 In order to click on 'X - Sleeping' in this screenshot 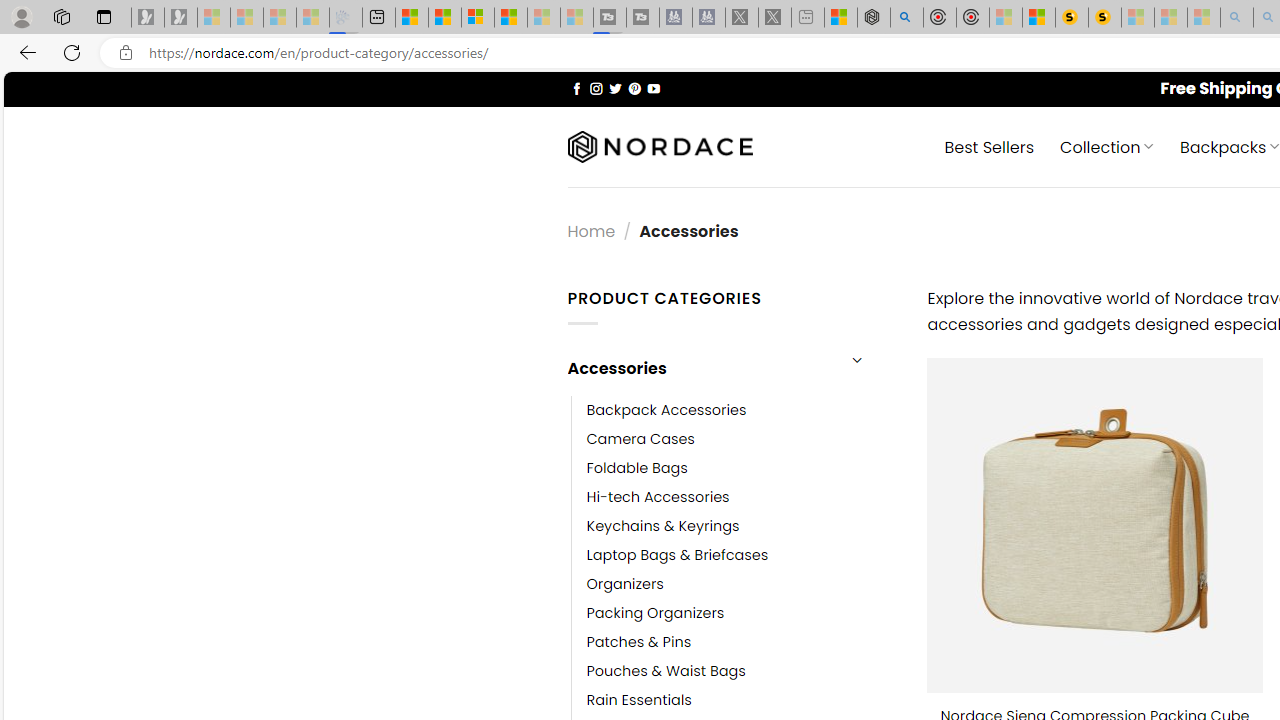, I will do `click(774, 17)`.